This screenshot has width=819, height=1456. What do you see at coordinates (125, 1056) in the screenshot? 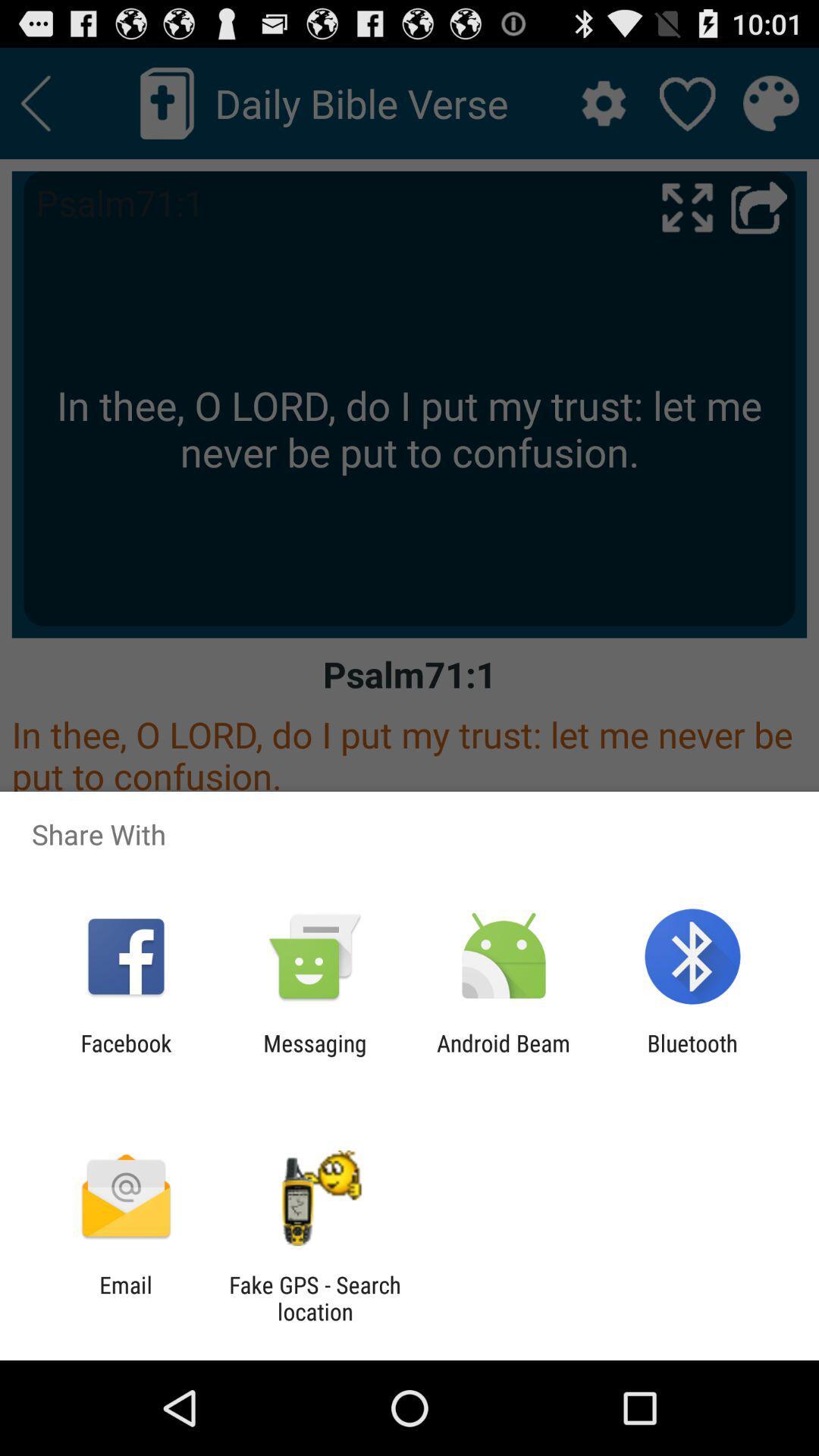
I see `facebook item` at bounding box center [125, 1056].